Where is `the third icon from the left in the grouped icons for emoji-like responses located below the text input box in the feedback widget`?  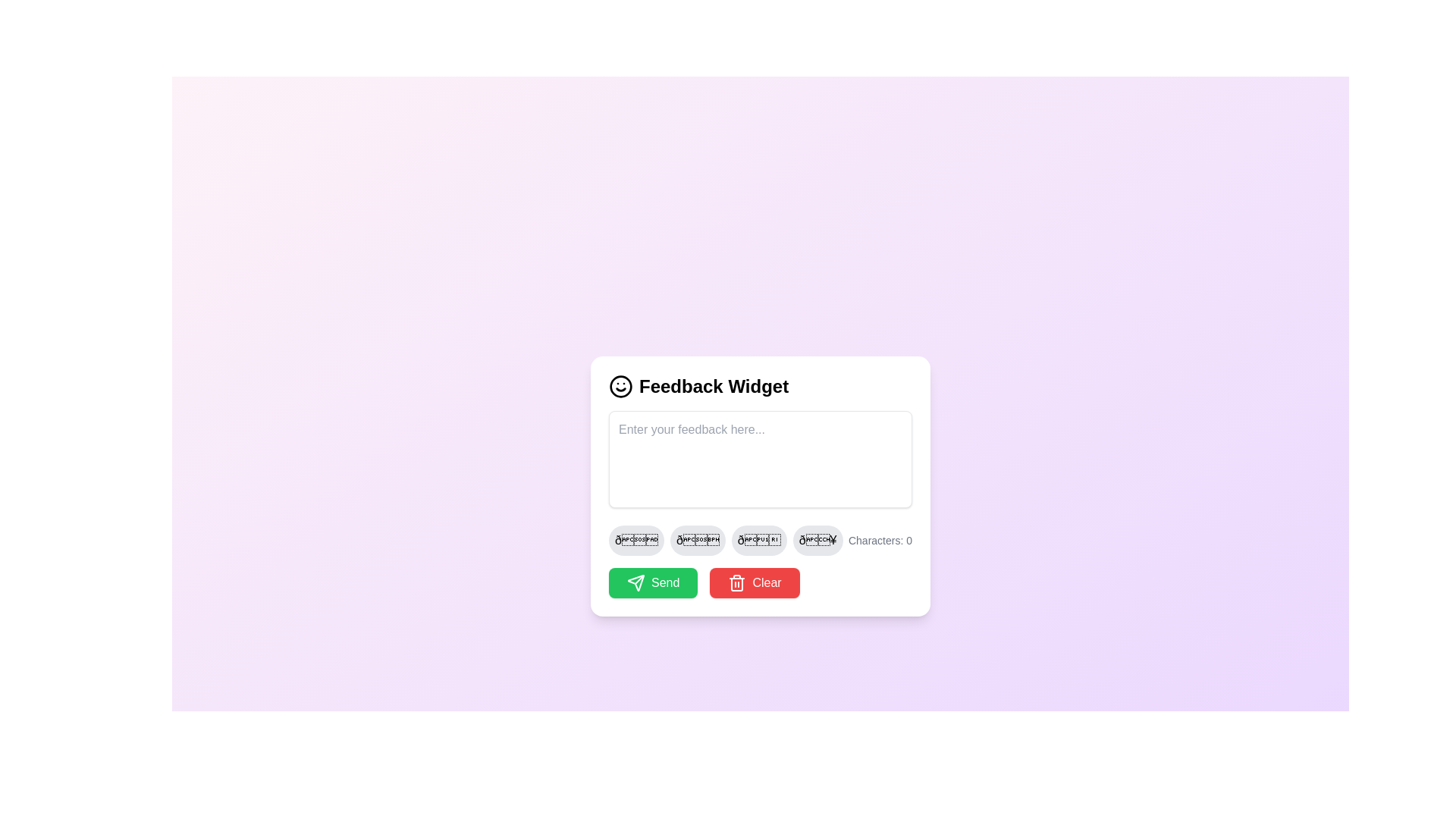 the third icon from the left in the grouped icons for emoji-like responses located below the text input box in the feedback widget is located at coordinates (761, 539).